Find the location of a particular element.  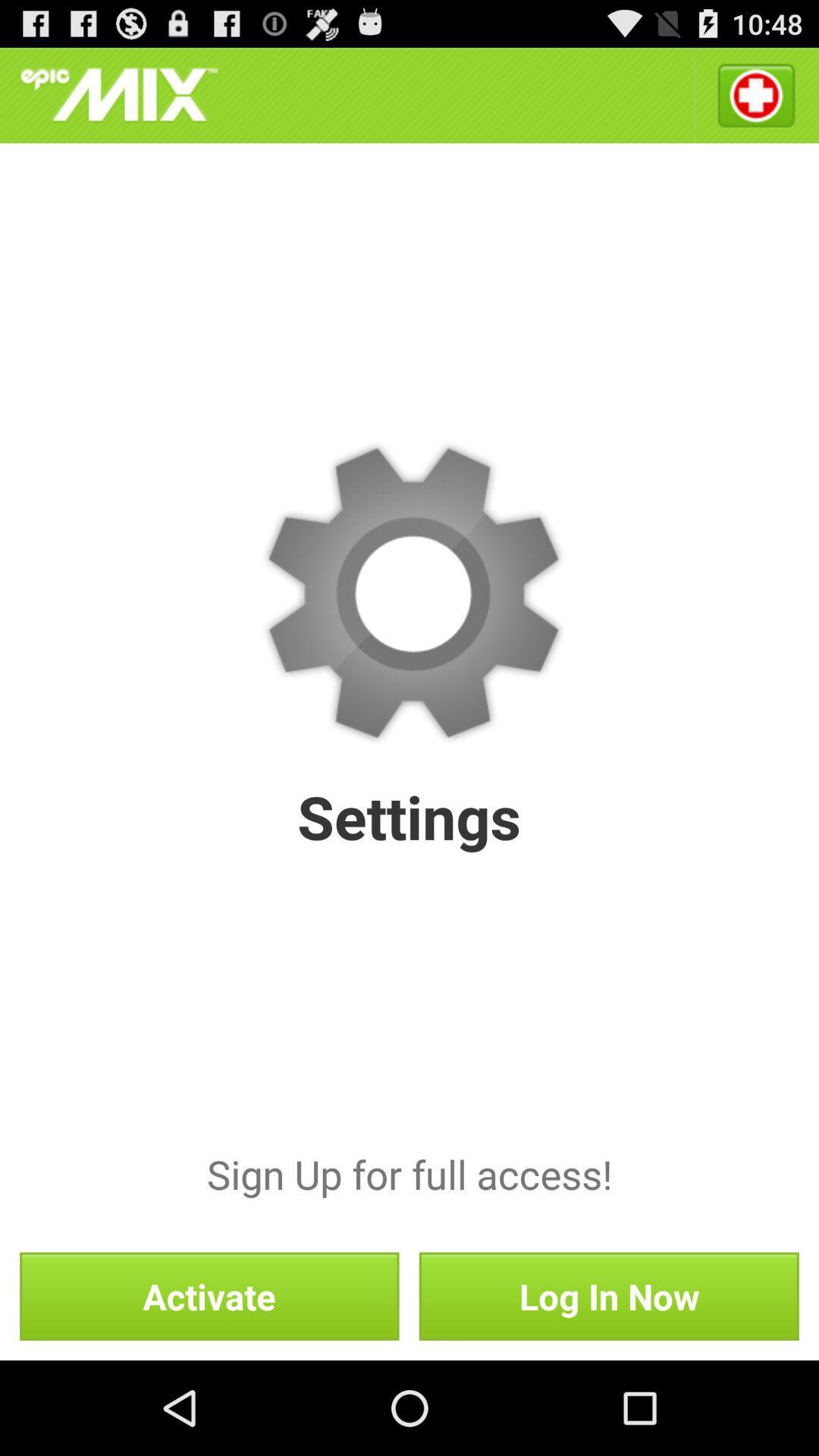

the icon above the sign up for icon is located at coordinates (755, 94).